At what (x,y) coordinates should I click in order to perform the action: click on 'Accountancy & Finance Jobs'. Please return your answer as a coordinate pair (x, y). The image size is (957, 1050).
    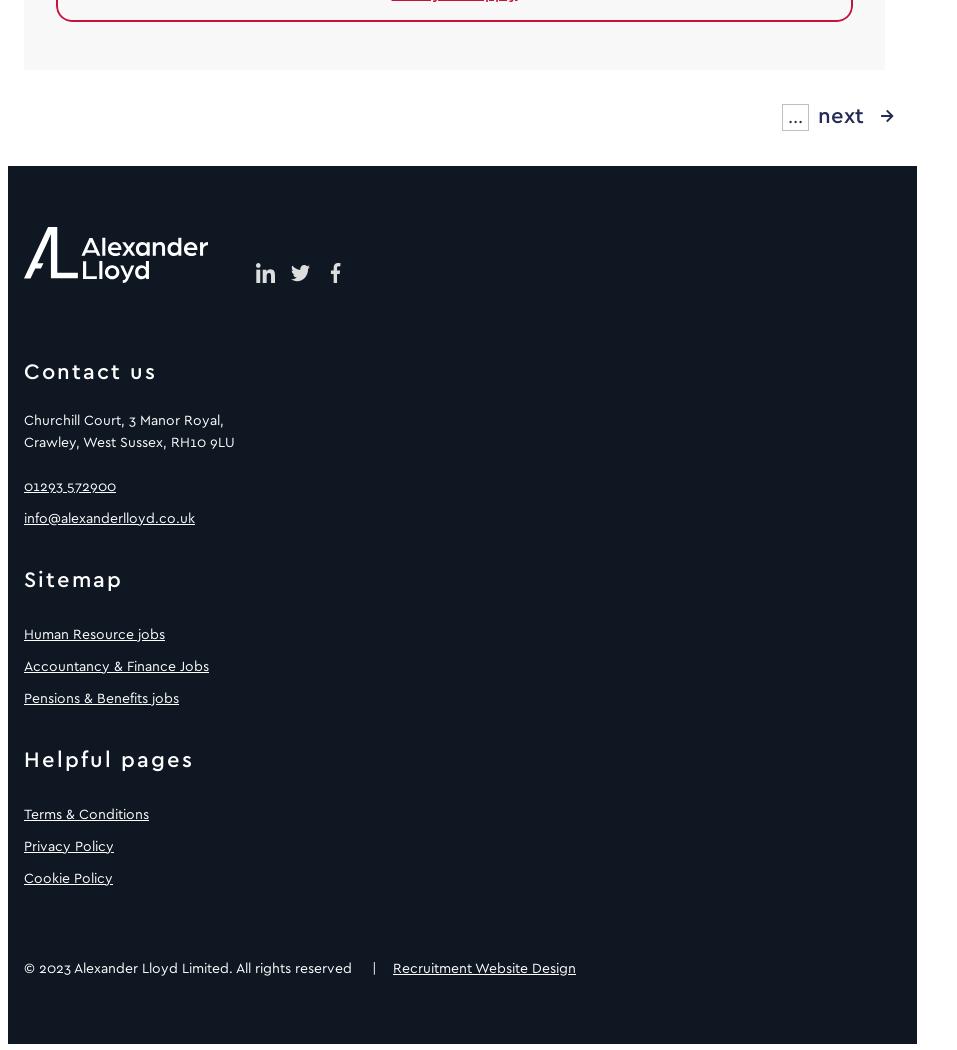
    Looking at the image, I should click on (116, 665).